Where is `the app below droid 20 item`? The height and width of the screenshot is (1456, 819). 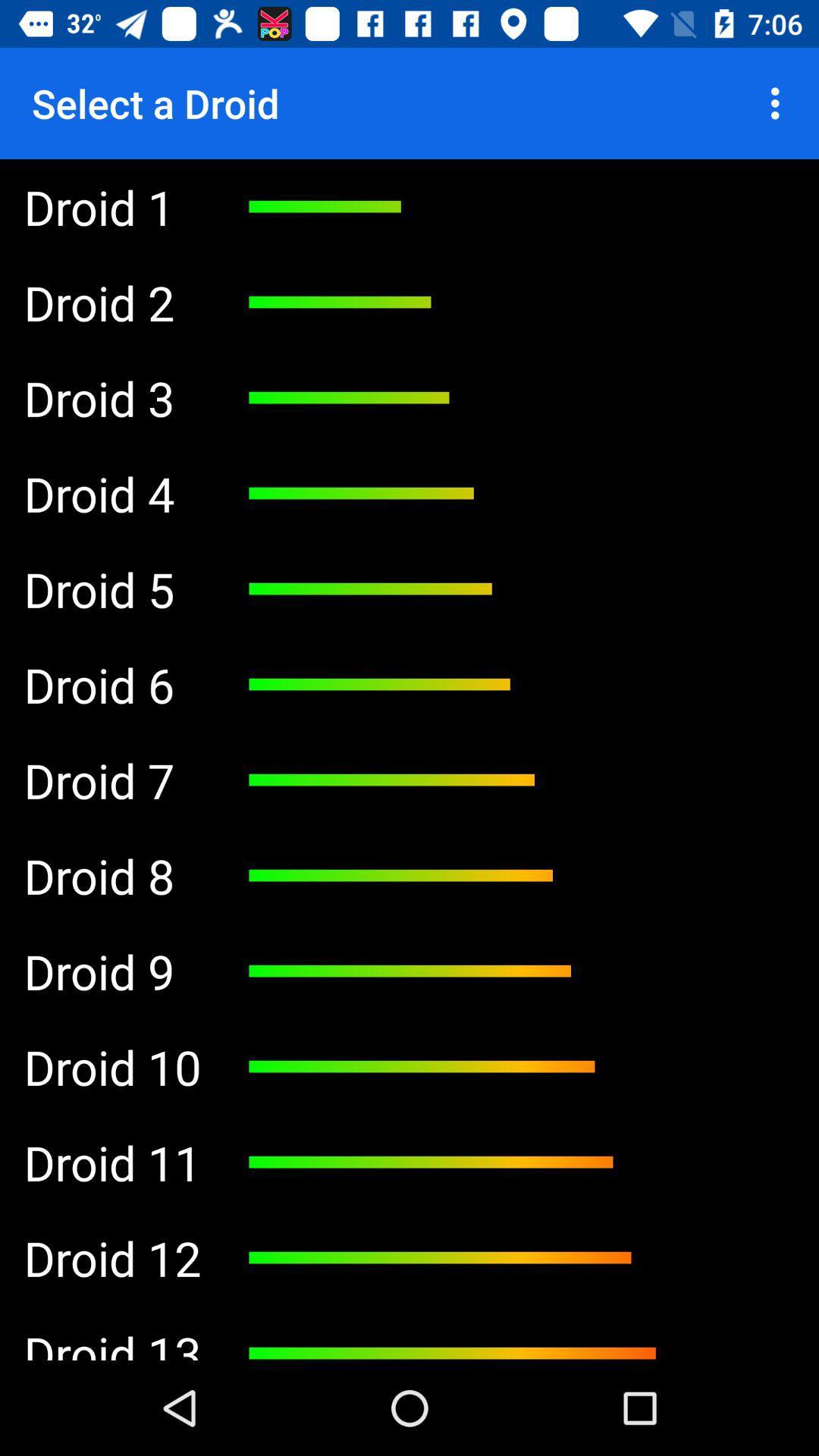 the app below droid 20 item is located at coordinates (111, 1065).